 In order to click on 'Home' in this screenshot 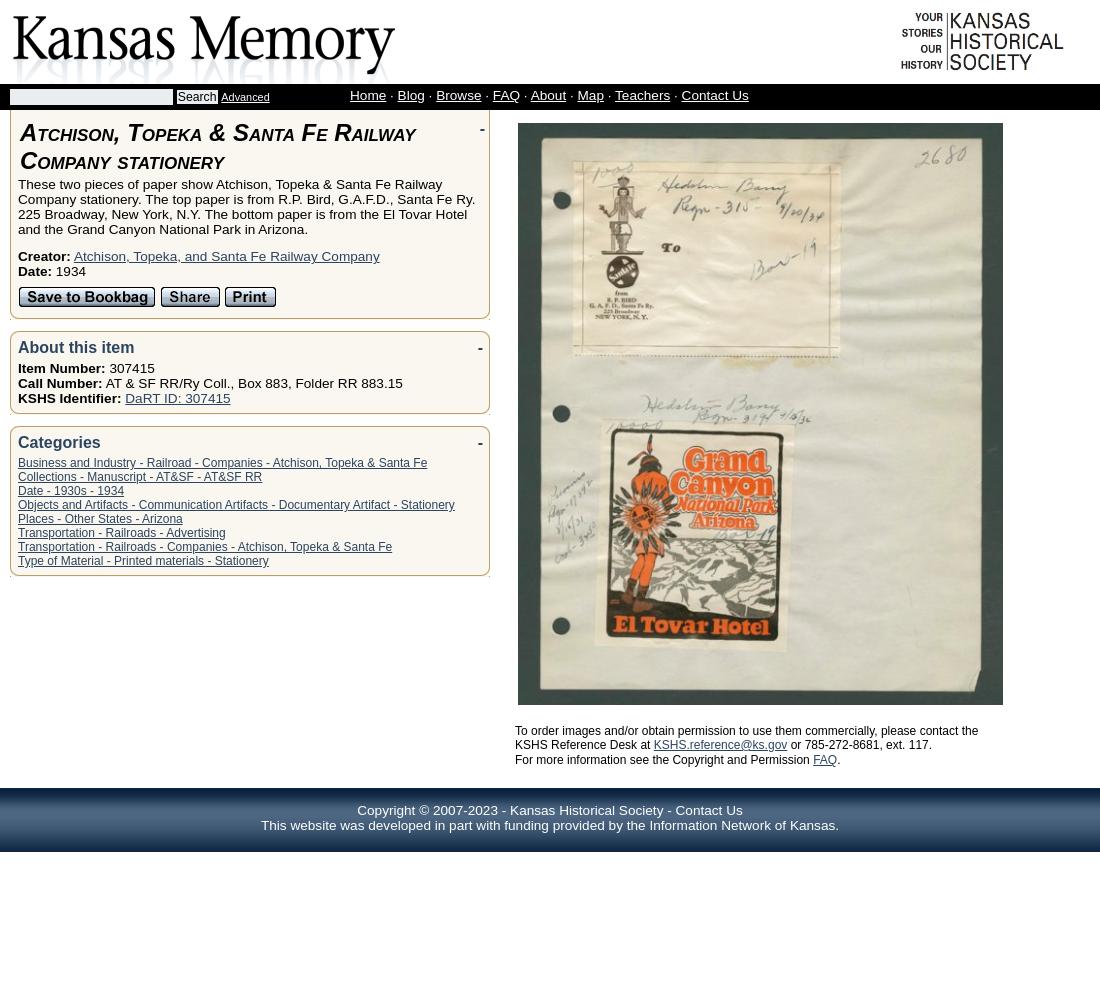, I will do `click(367, 94)`.